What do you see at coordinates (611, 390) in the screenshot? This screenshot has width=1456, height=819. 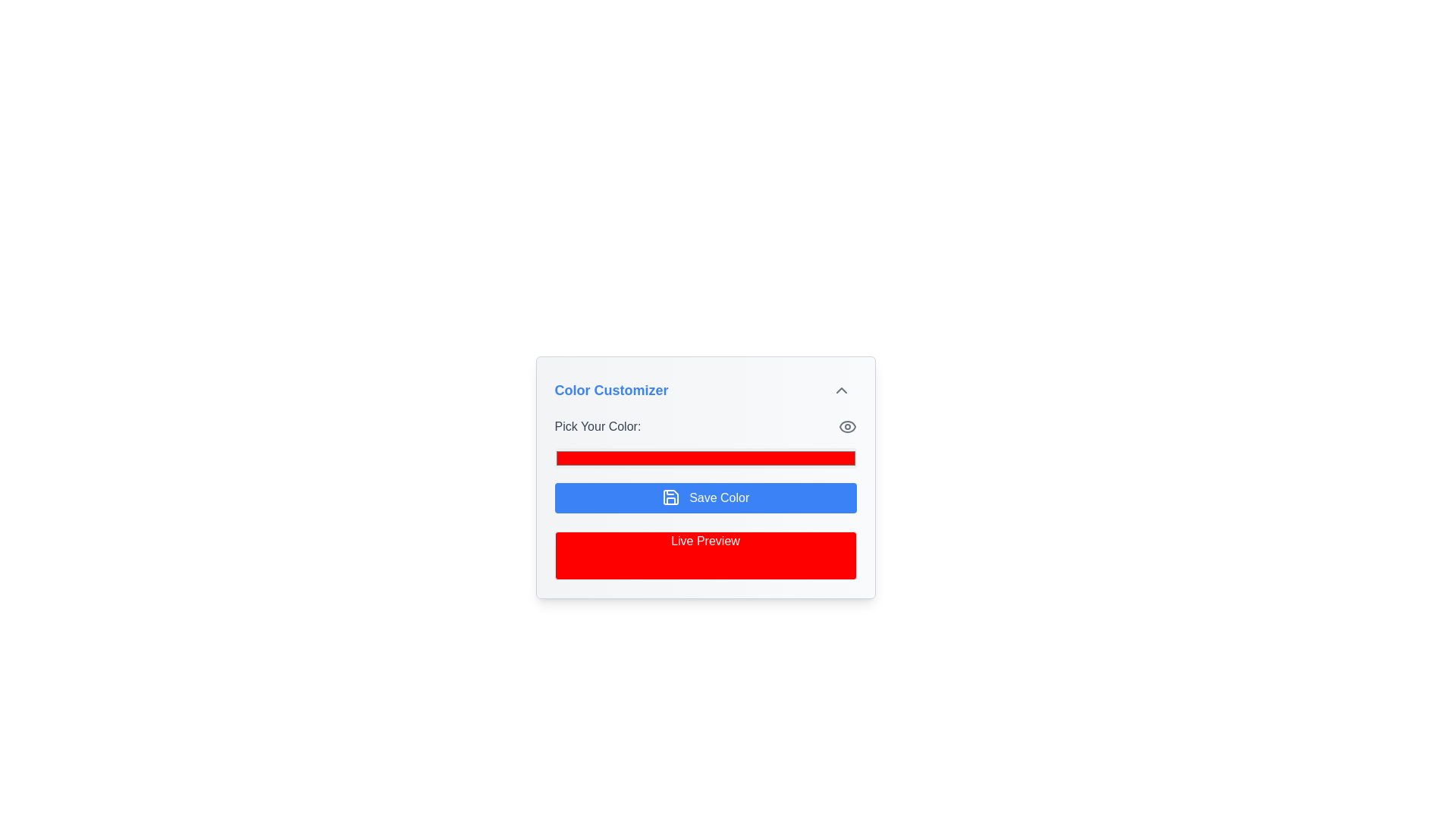 I see `the text heading styled in blue with bold and large font that reads 'Color Customizer', located at the top-left corner of the panel` at bounding box center [611, 390].